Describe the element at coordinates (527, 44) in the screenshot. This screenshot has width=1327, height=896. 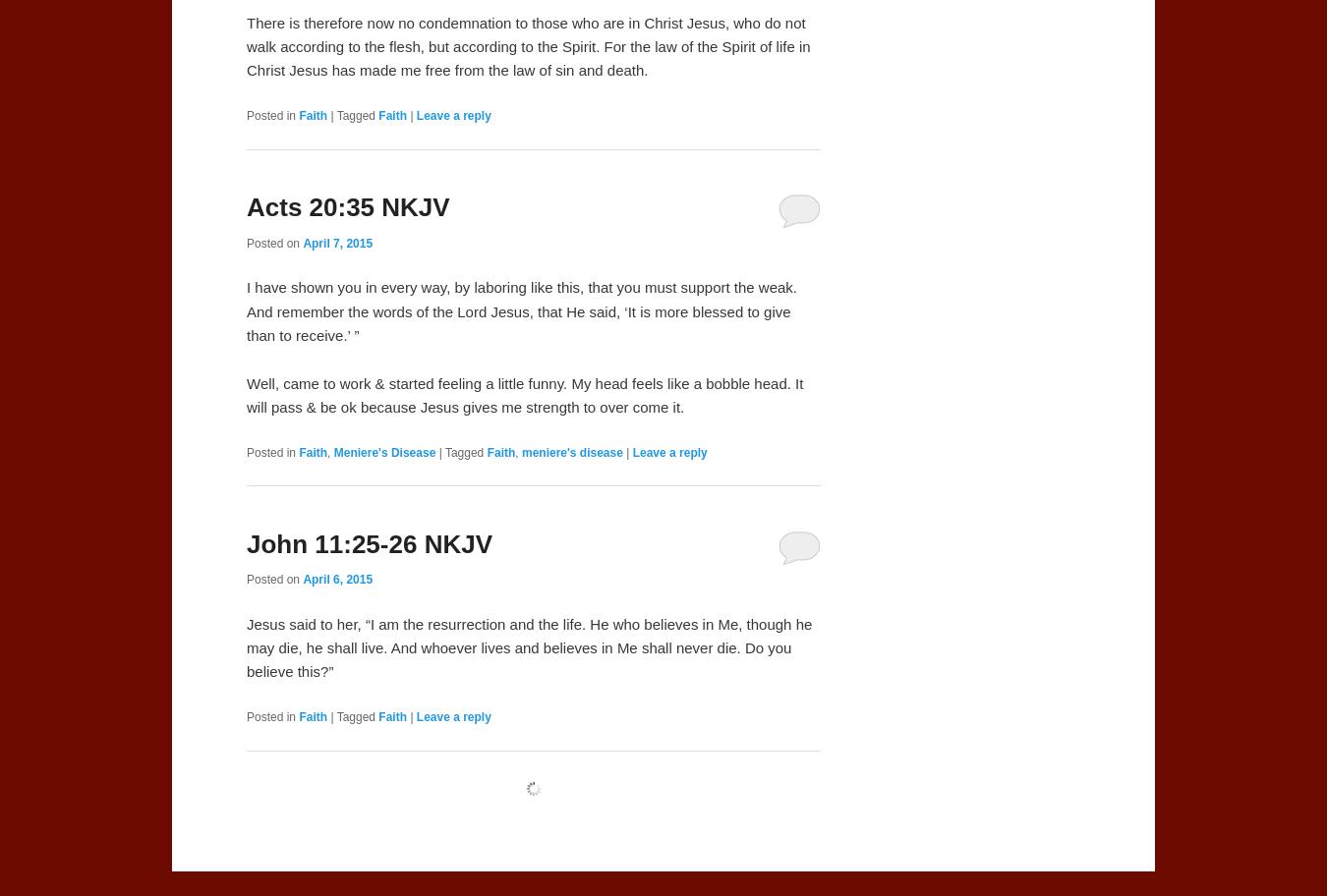
I see `'There is therefore now no condemnation to those who are in Christ Jesus, who do not walk according to the flesh, but according to the Spirit. For the law of the Spirit of life in Christ Jesus has made me free from the law of sin and death.'` at that location.